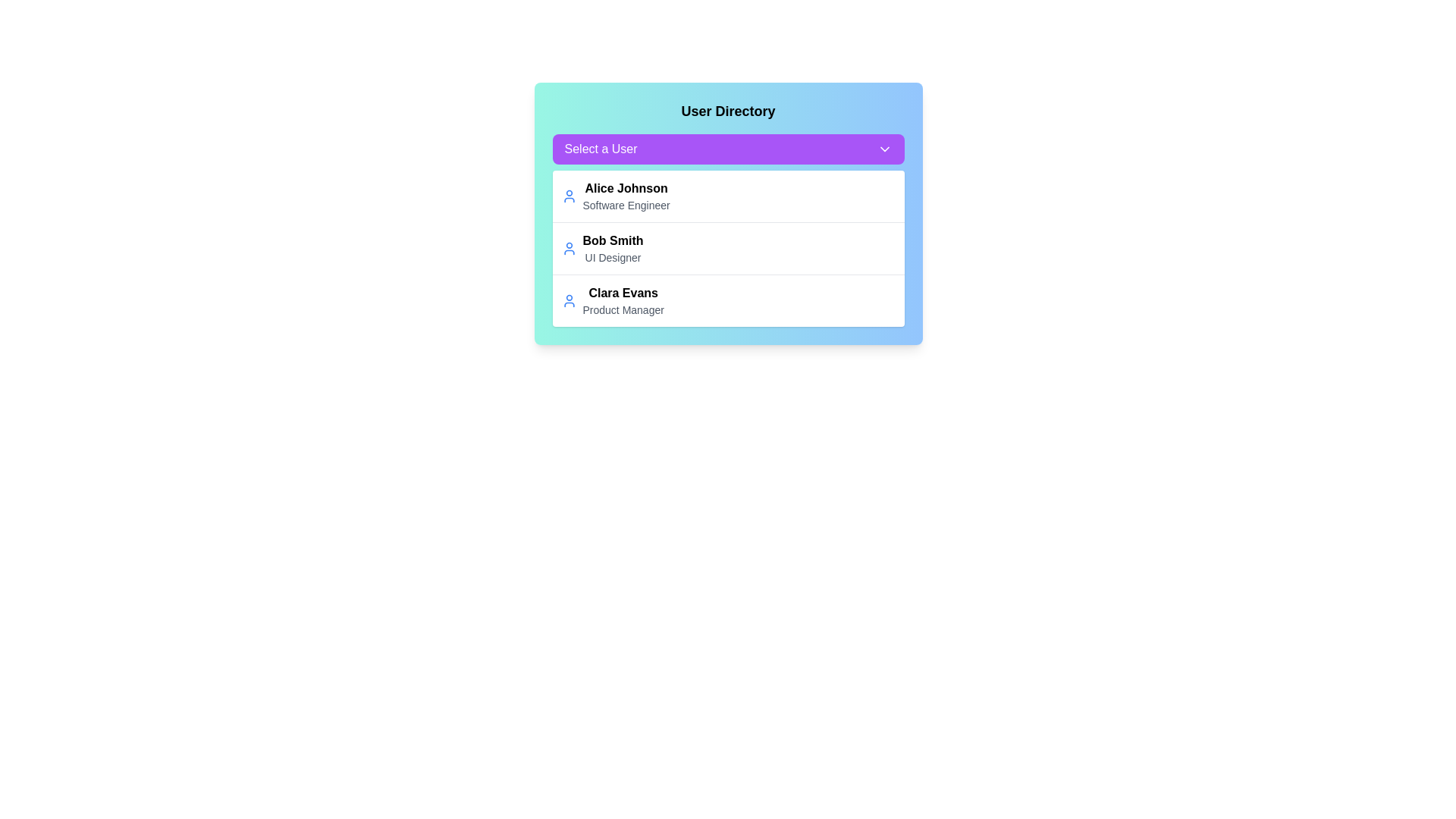  I want to click on the selectable list item representing user details in the first row of the User Directory, so click(615, 195).